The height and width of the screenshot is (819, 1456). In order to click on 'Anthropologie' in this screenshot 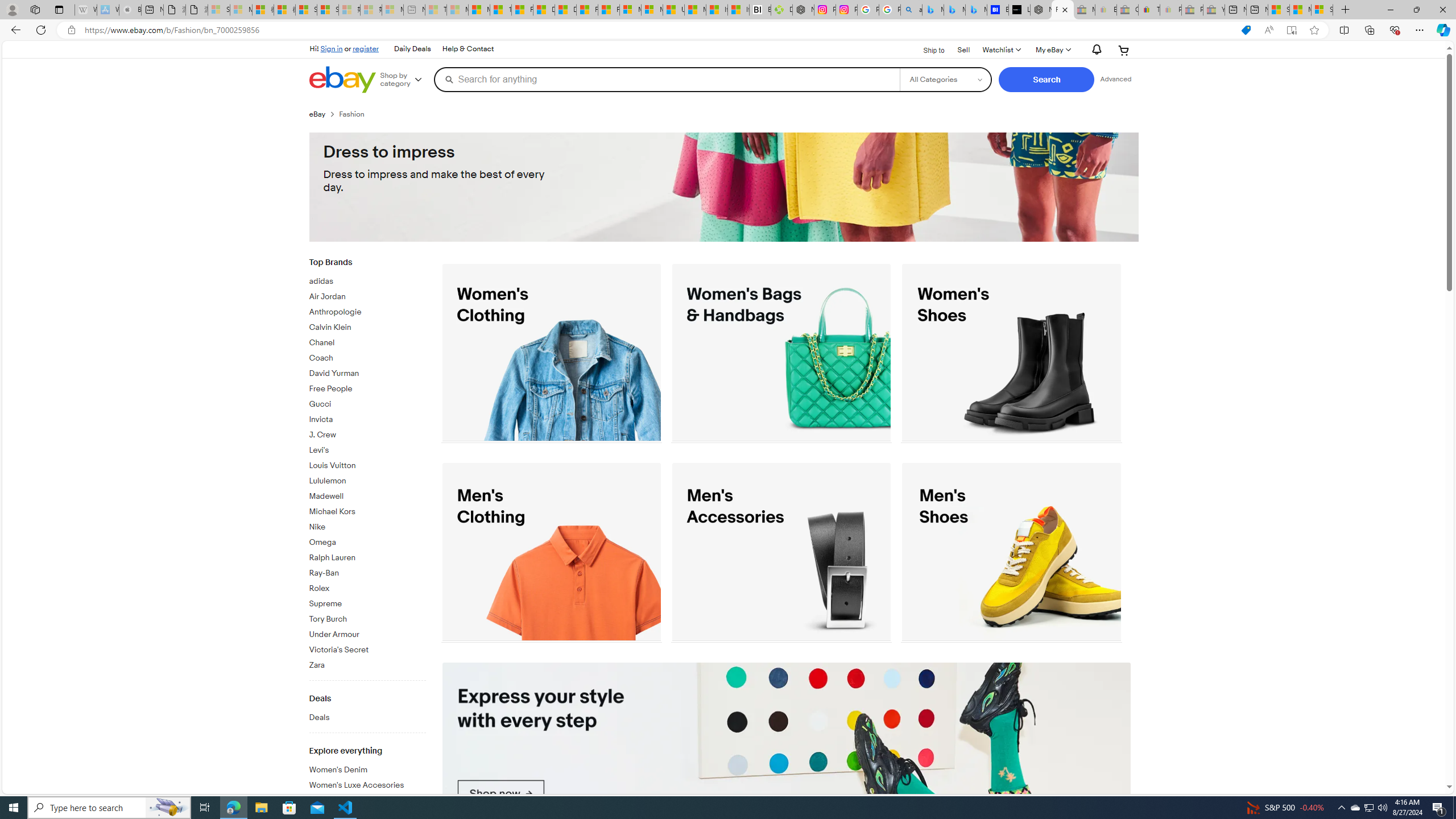, I will do `click(367, 312)`.